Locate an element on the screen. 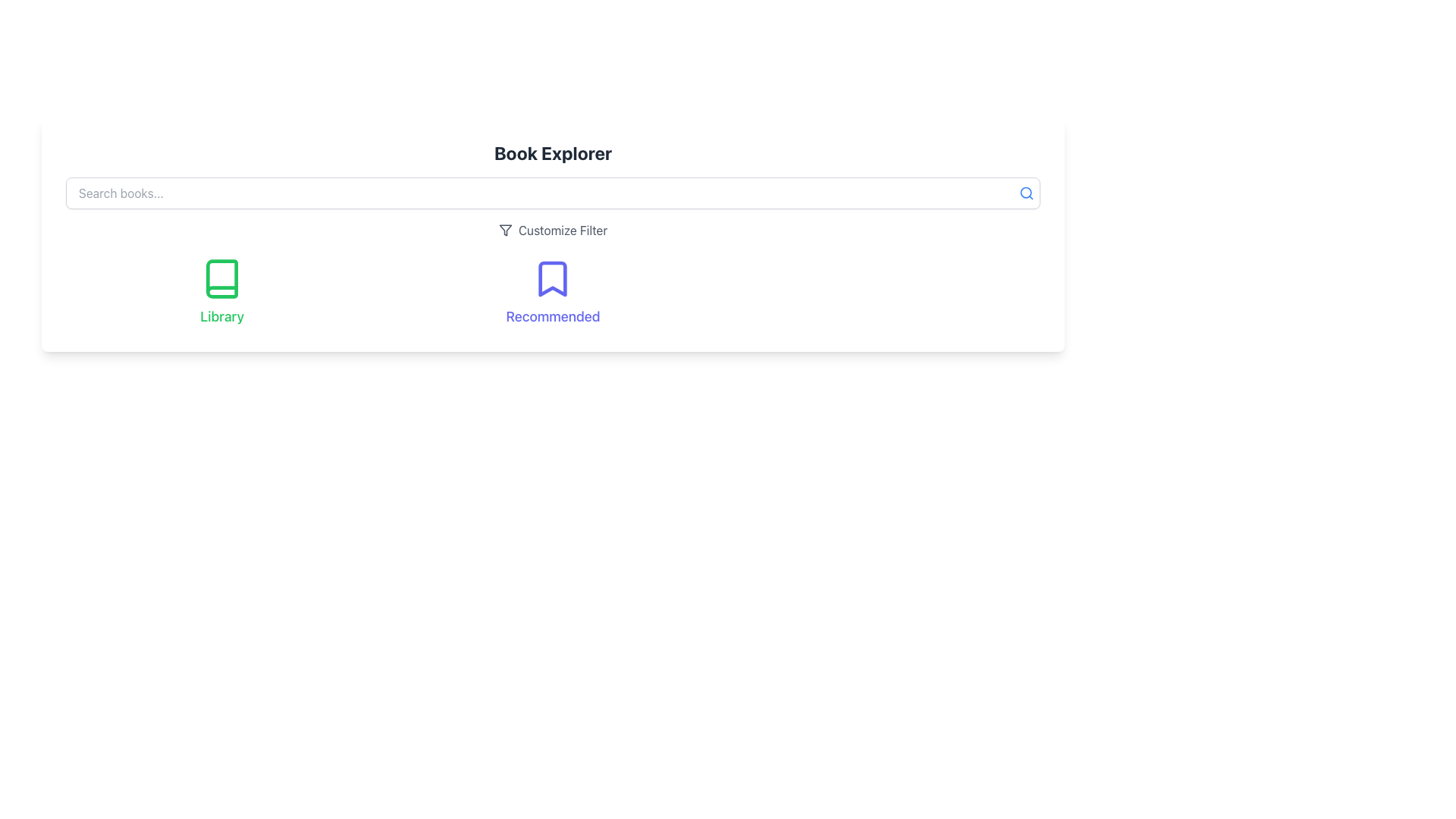  the 'Customize Filter' button, which is a funnel-shaped icon followed by the text 'Customize Filter', located below the header 'Book Explorer' is located at coordinates (552, 231).